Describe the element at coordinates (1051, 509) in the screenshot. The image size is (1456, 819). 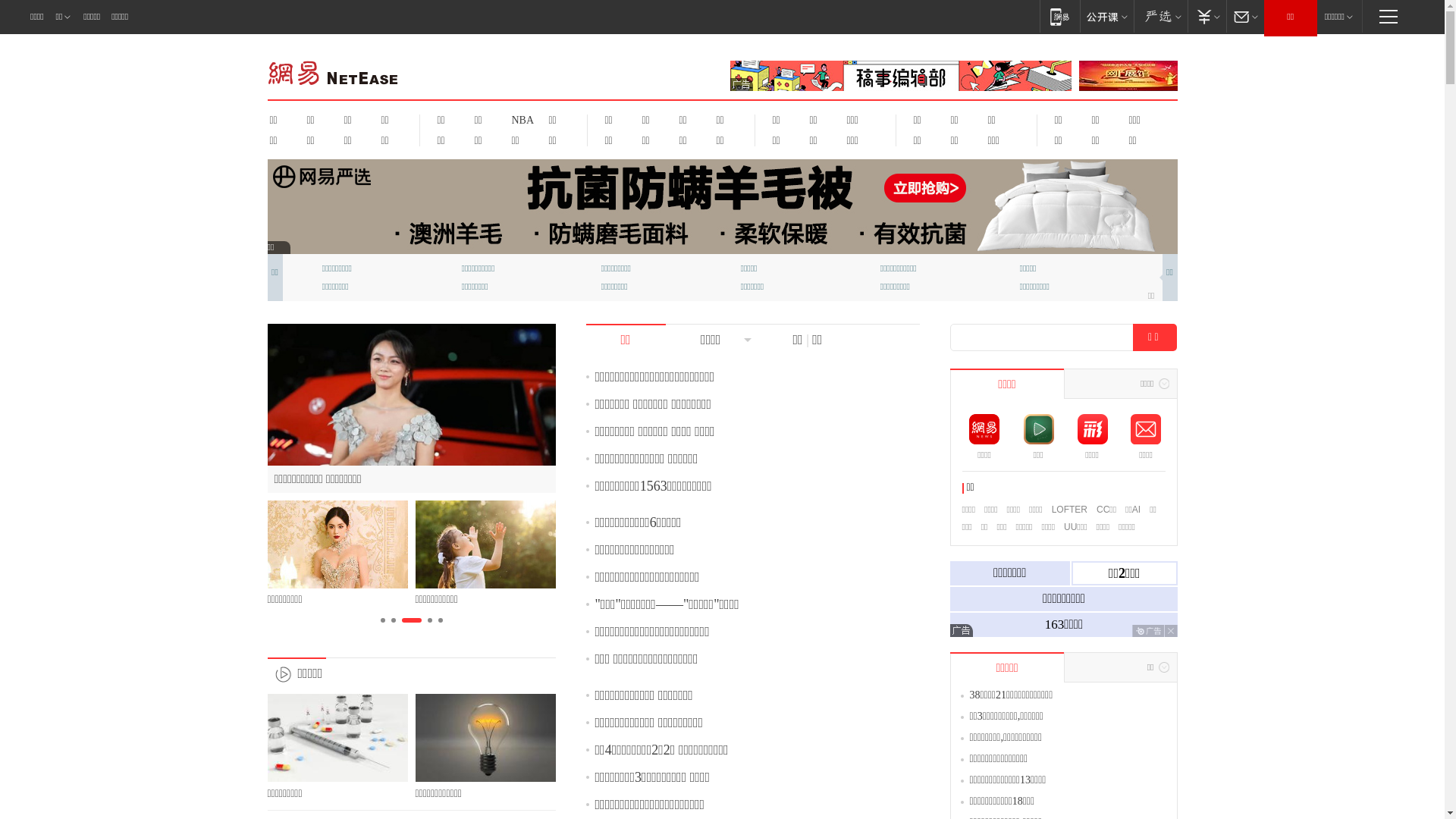
I see `'LOFTER'` at that location.